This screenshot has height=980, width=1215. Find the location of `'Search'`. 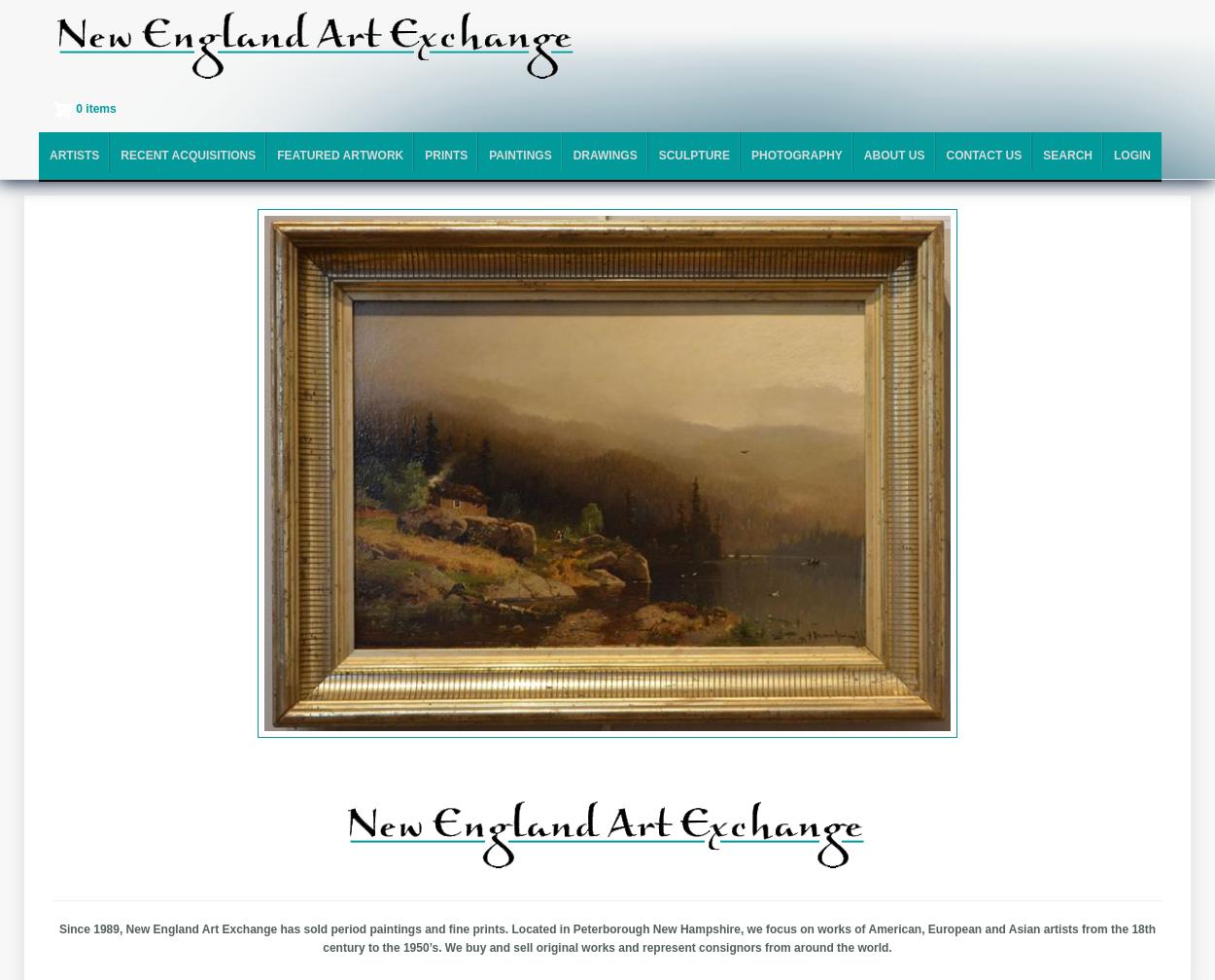

'Search' is located at coordinates (1066, 155).